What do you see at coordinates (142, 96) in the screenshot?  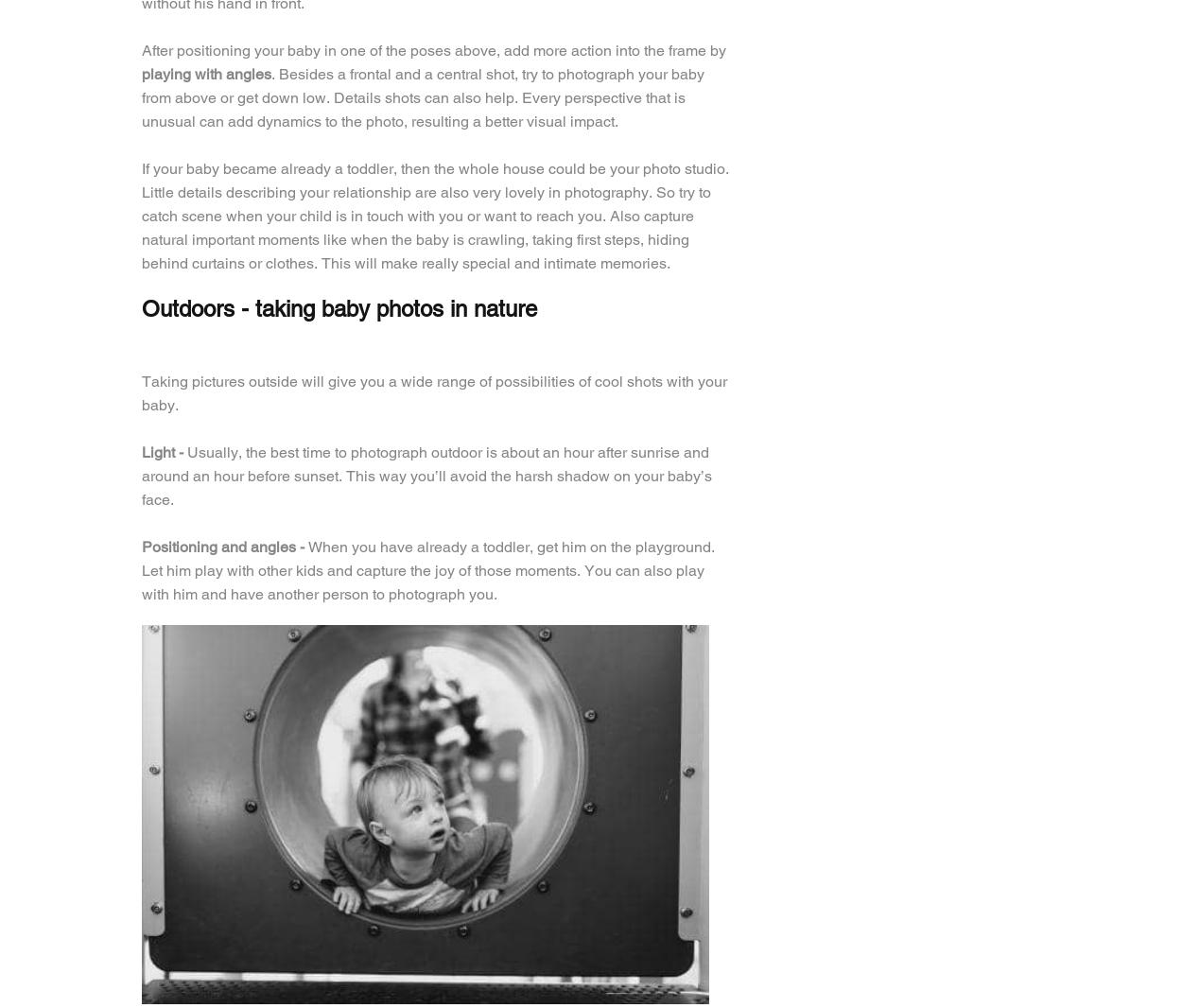 I see `'. Besides a frontal and a central shot, try to photograph your baby from above or get down low. Details shots can also help. Every perspective that is unusual can add dynamics to the photo, resulting a better visual impact.'` at bounding box center [142, 96].